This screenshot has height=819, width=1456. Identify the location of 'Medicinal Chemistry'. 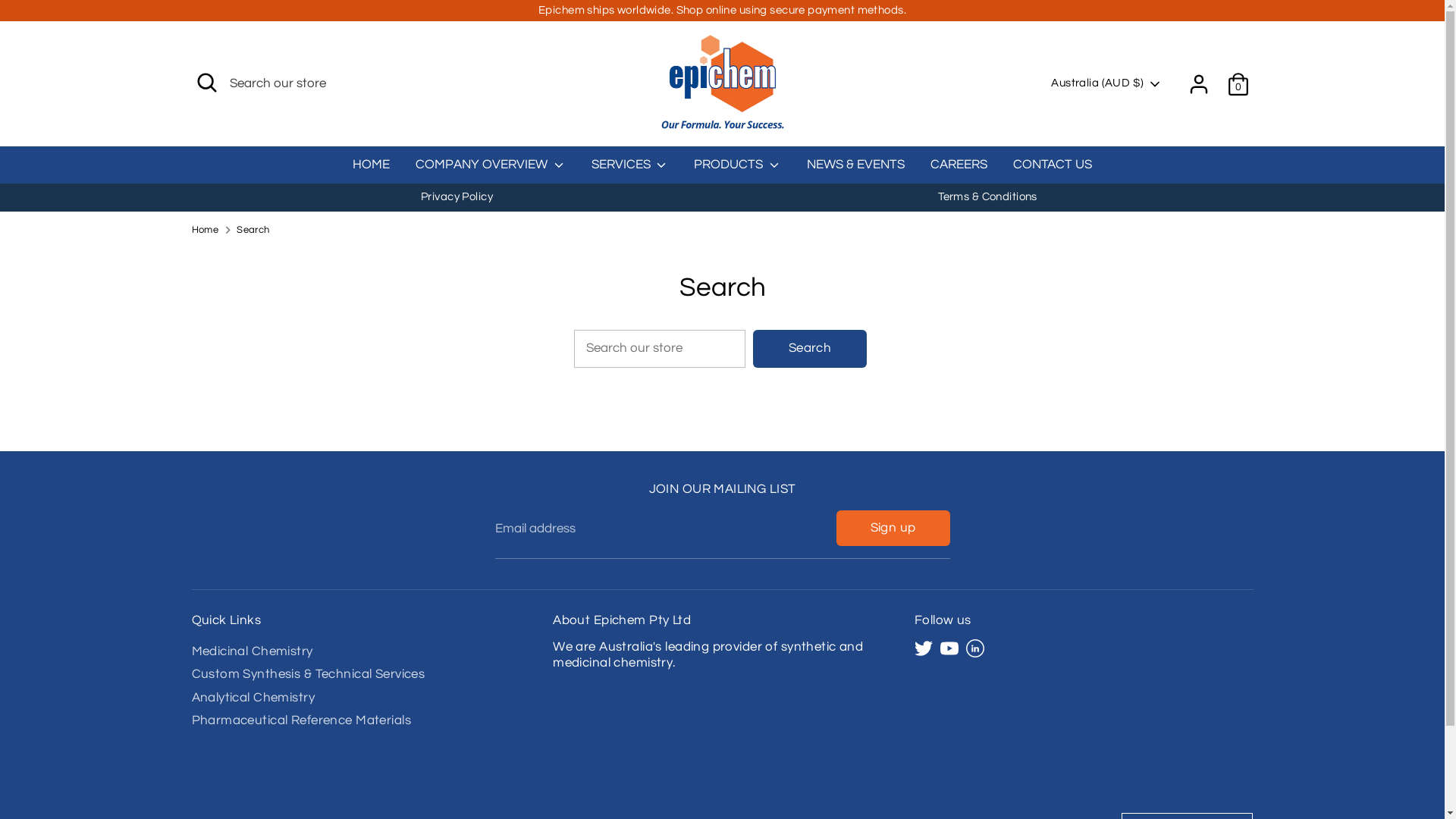
(251, 651).